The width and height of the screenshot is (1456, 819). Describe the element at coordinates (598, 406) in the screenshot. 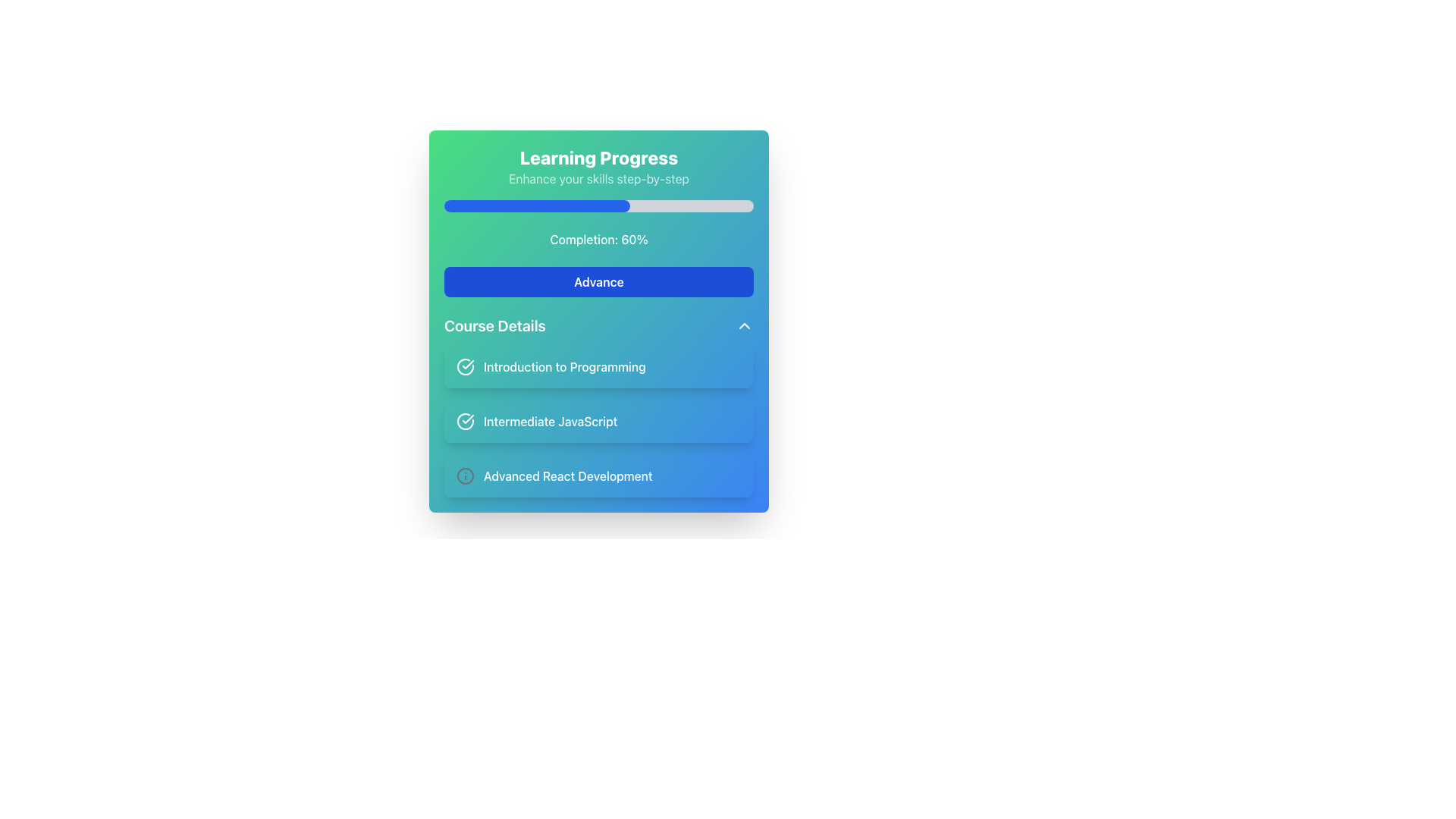

I see `course name from the course entry labeled 'Intermediate JavaScript' located in the 'Course Details' section of the progress card` at that location.